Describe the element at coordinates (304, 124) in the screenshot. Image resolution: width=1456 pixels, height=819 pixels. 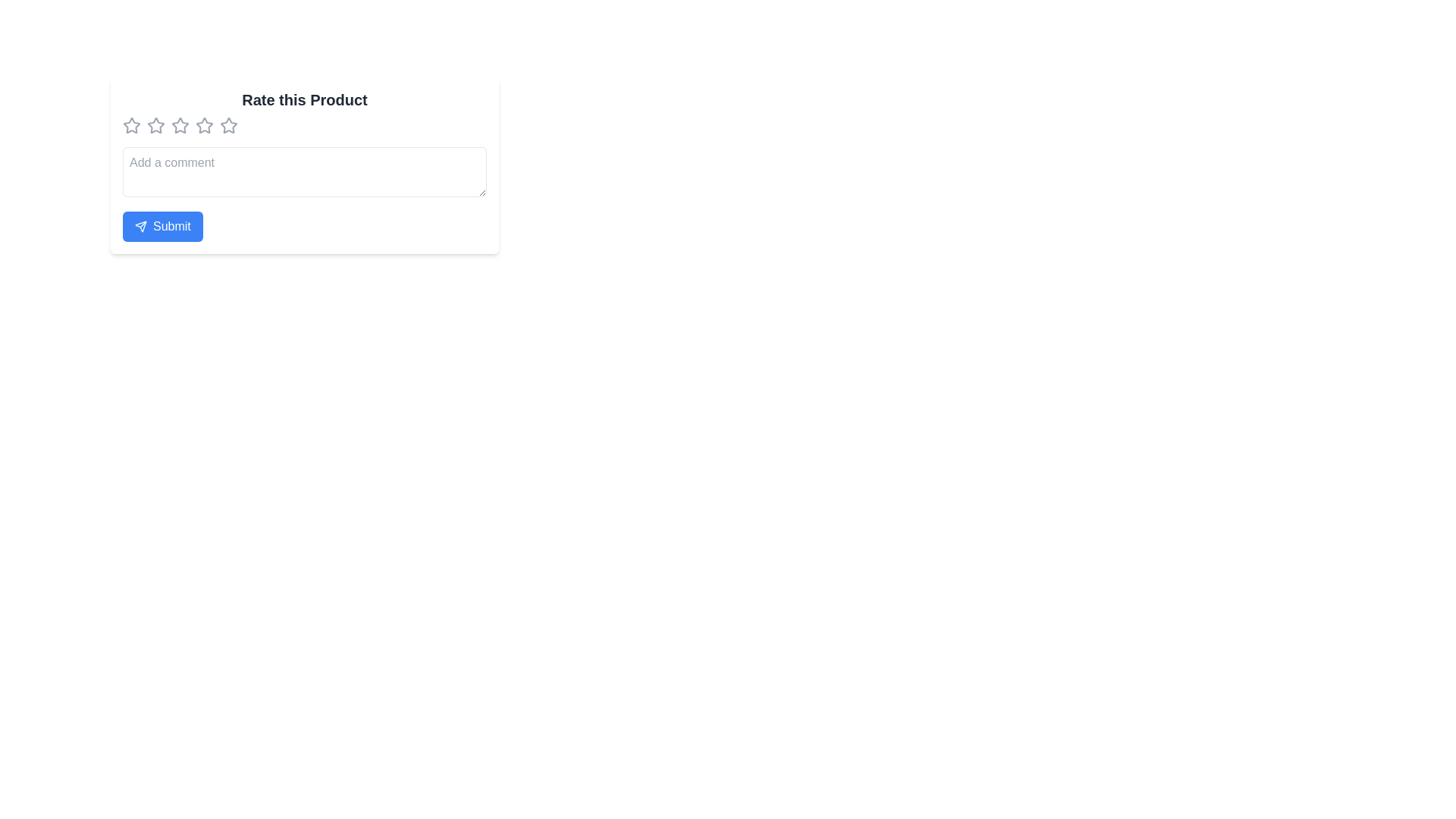
I see `a star in the Star rating component located within the 'Rate this Product' panel` at that location.